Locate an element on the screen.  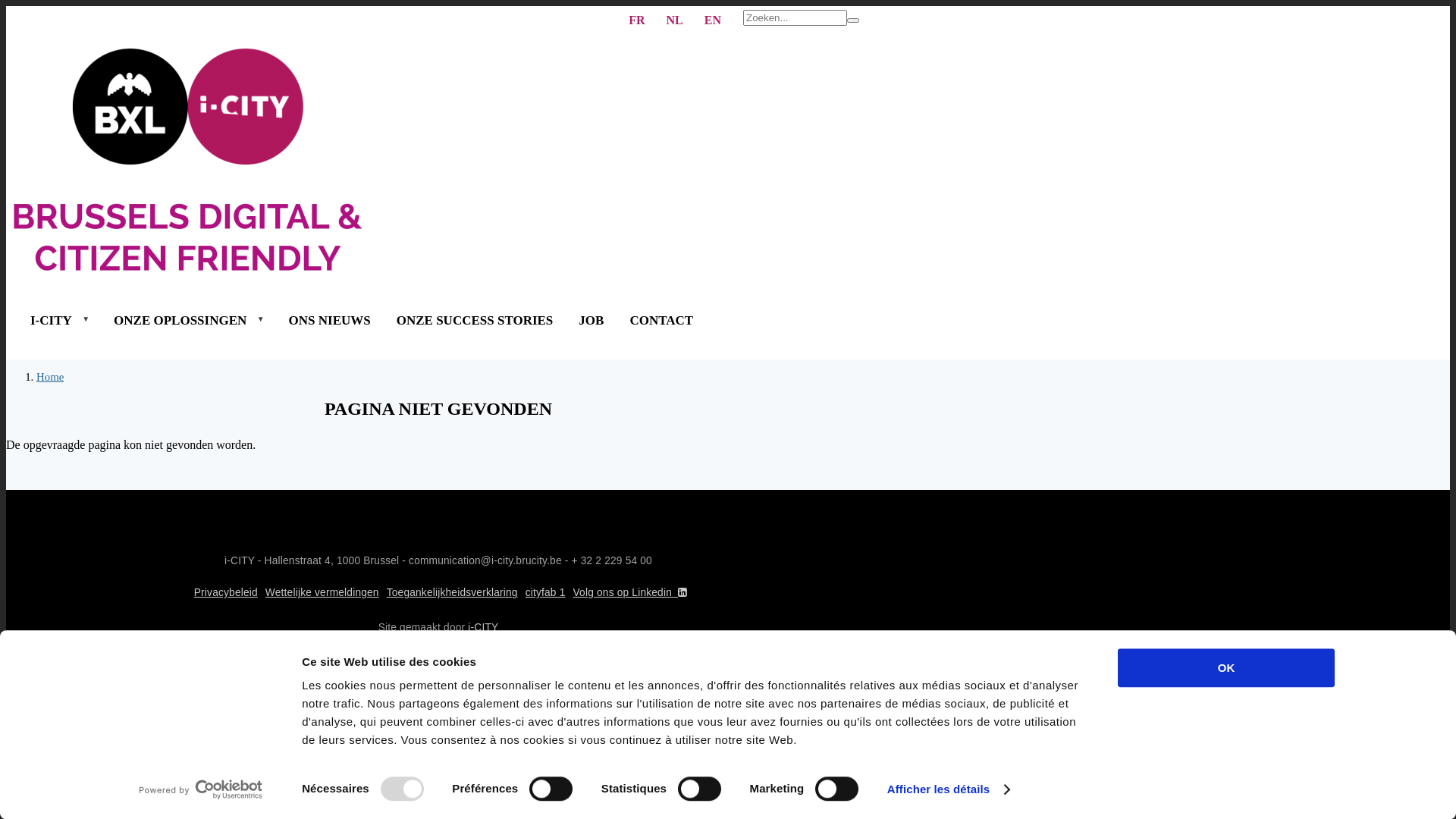
'CONTACT' is located at coordinates (661, 319).